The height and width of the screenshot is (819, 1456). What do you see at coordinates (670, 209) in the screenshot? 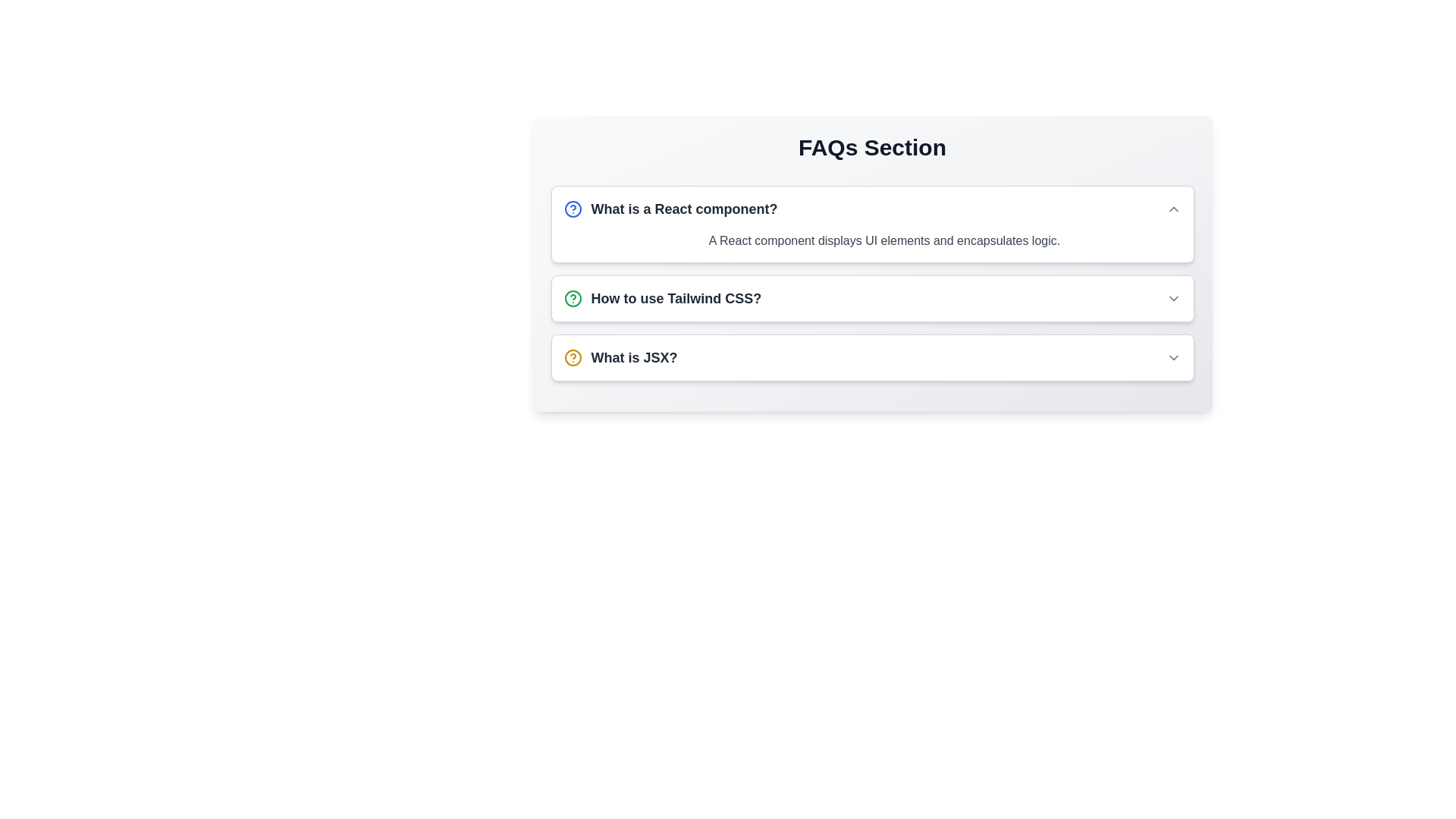
I see `the first interactive Text label with an icon in the FAQs section` at bounding box center [670, 209].